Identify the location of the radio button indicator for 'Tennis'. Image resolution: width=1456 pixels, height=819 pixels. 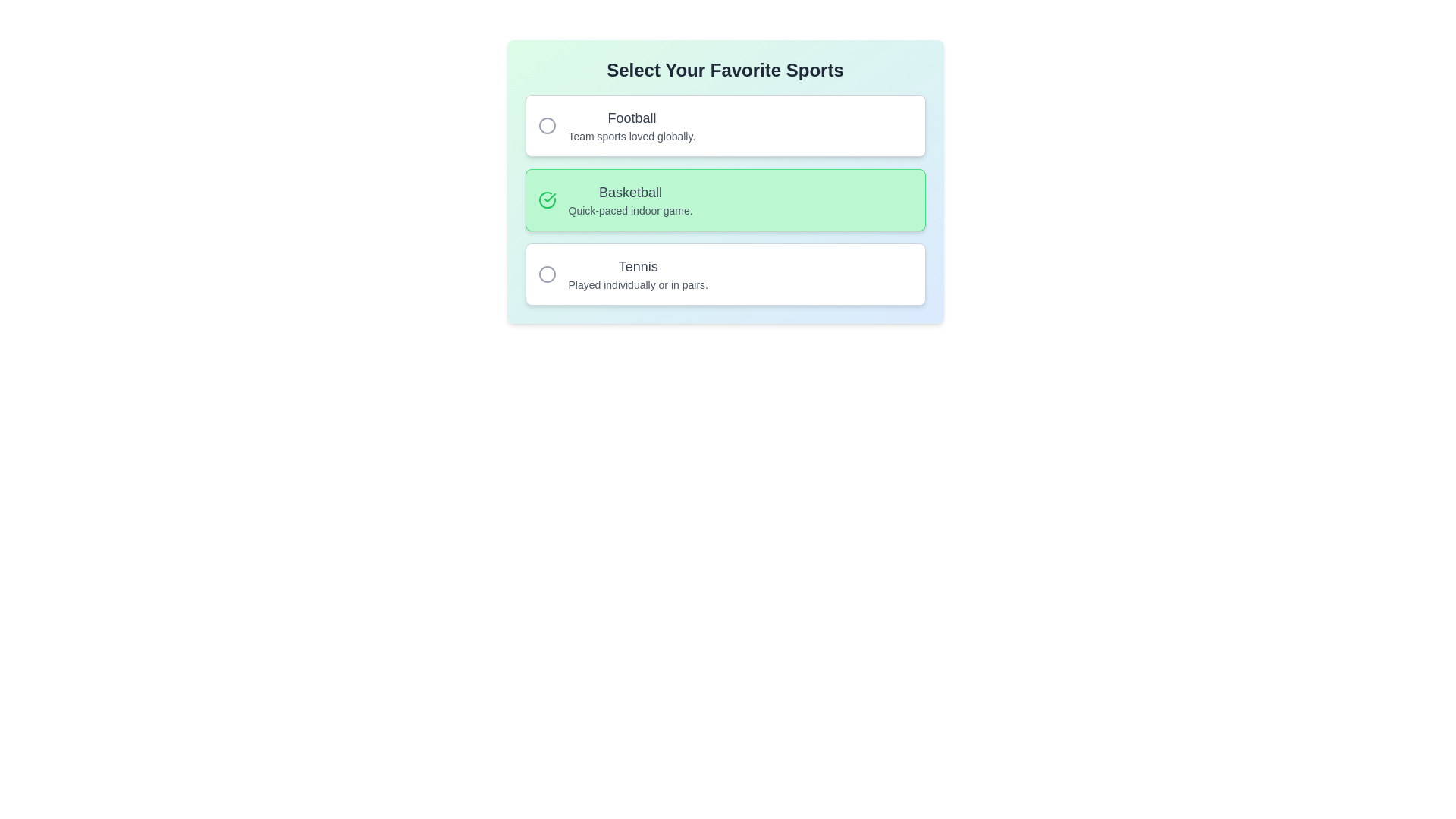
(546, 275).